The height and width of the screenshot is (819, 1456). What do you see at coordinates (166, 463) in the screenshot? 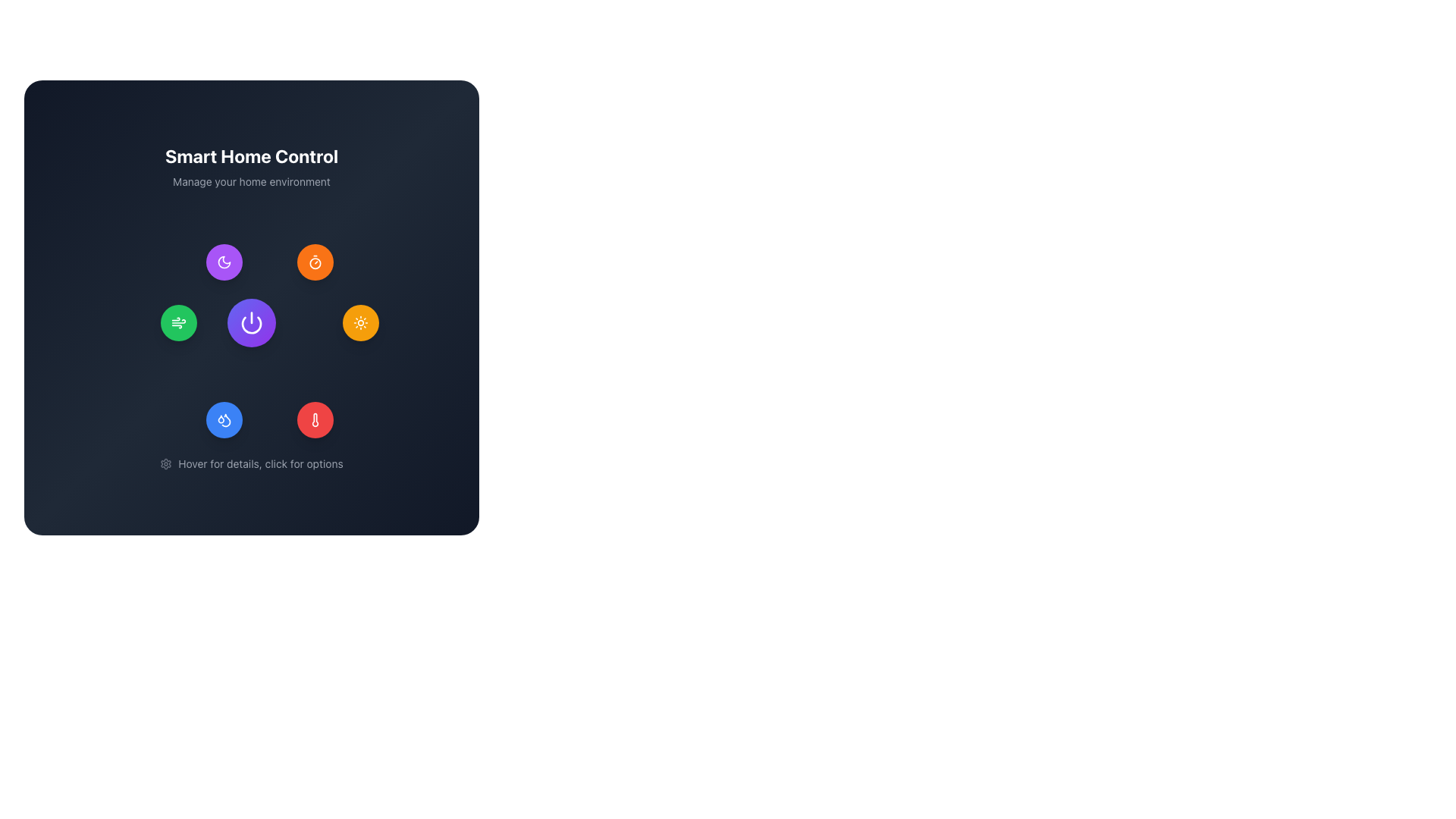
I see `the gear-shaped settings icon located at the bottom center of the interface` at bounding box center [166, 463].